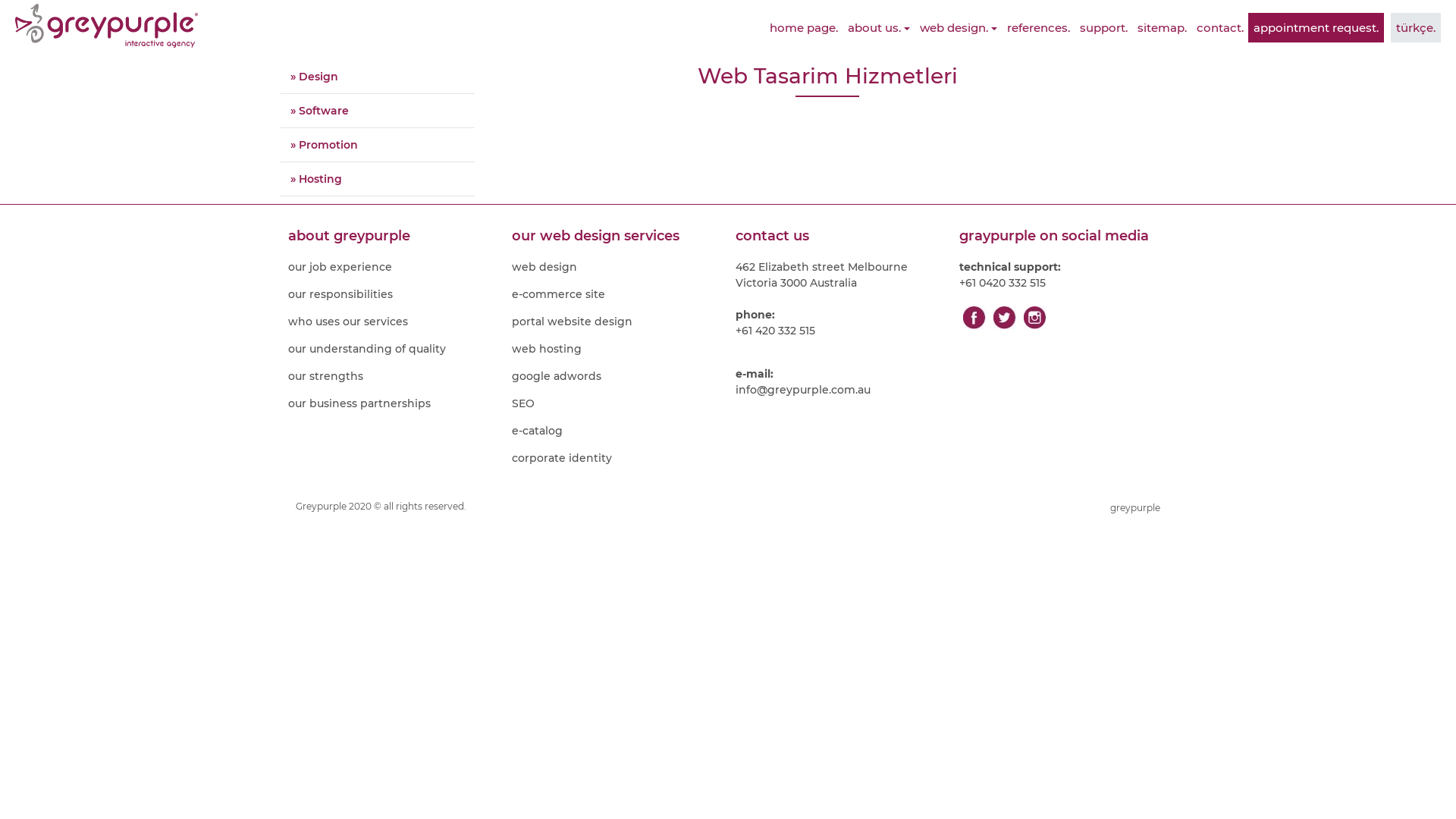  I want to click on 'SEO', so click(512, 403).